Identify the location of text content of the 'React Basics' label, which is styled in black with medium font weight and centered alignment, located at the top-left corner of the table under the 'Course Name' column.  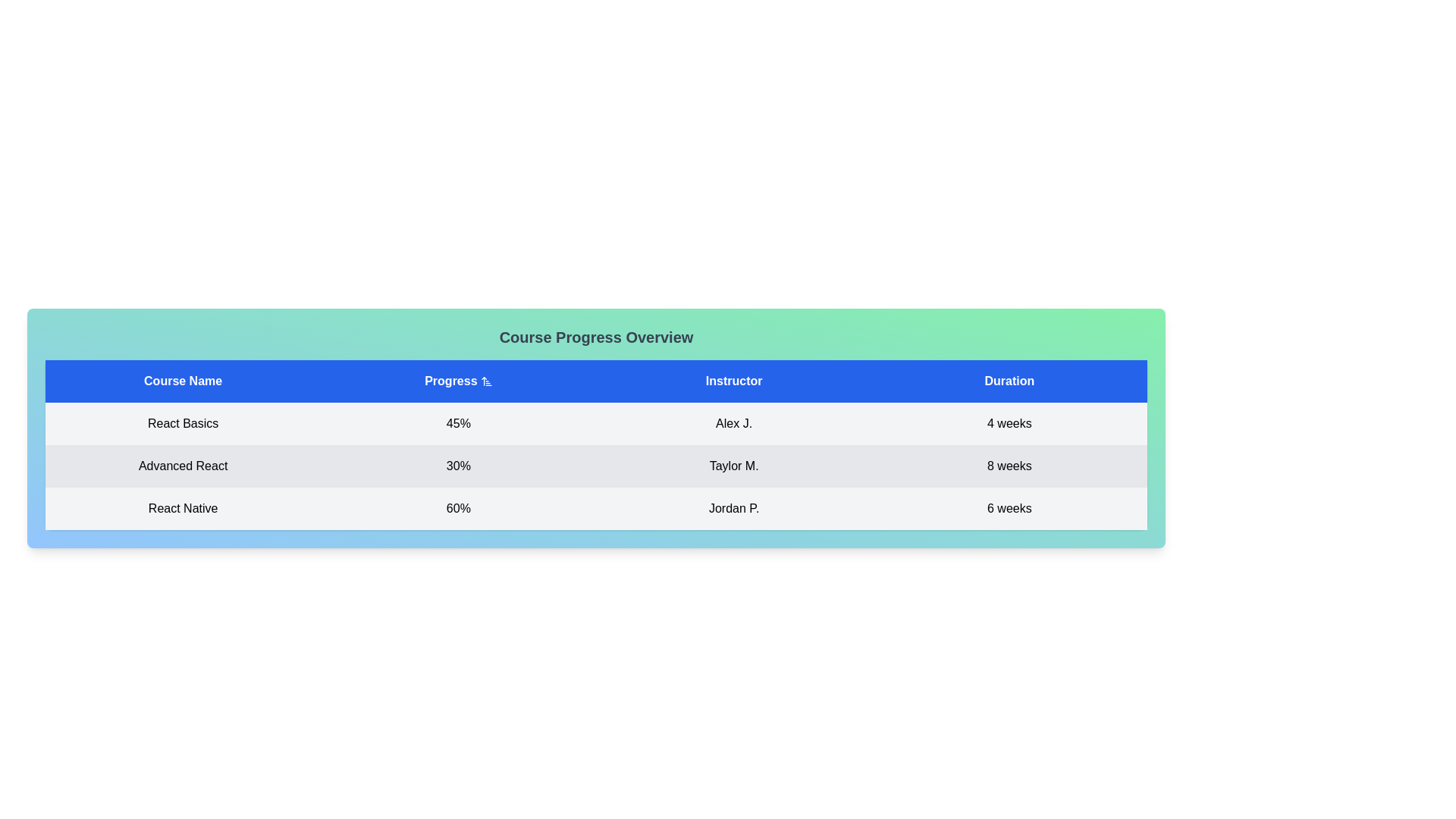
(182, 424).